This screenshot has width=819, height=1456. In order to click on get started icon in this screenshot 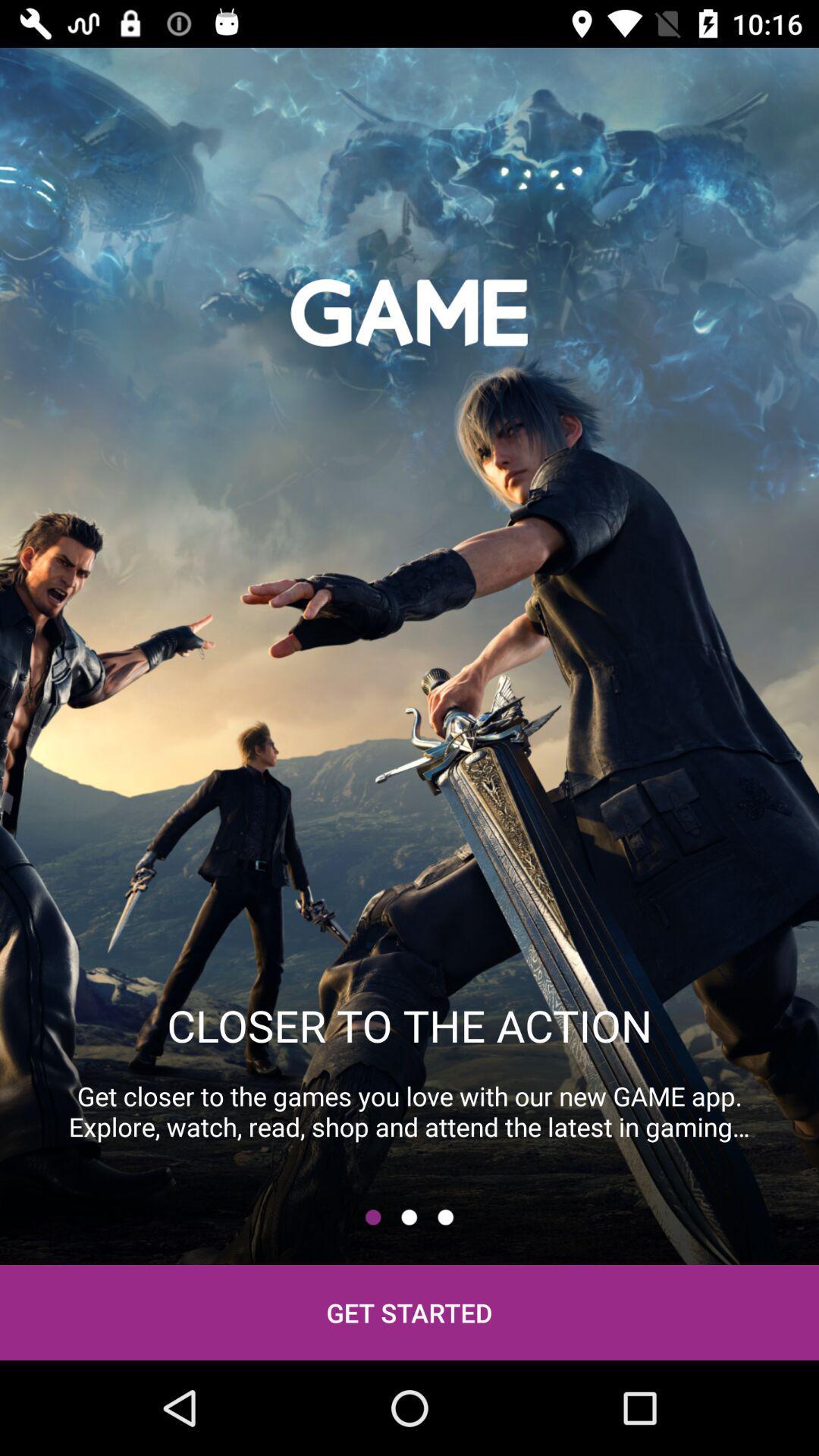, I will do `click(409, 1312)`.